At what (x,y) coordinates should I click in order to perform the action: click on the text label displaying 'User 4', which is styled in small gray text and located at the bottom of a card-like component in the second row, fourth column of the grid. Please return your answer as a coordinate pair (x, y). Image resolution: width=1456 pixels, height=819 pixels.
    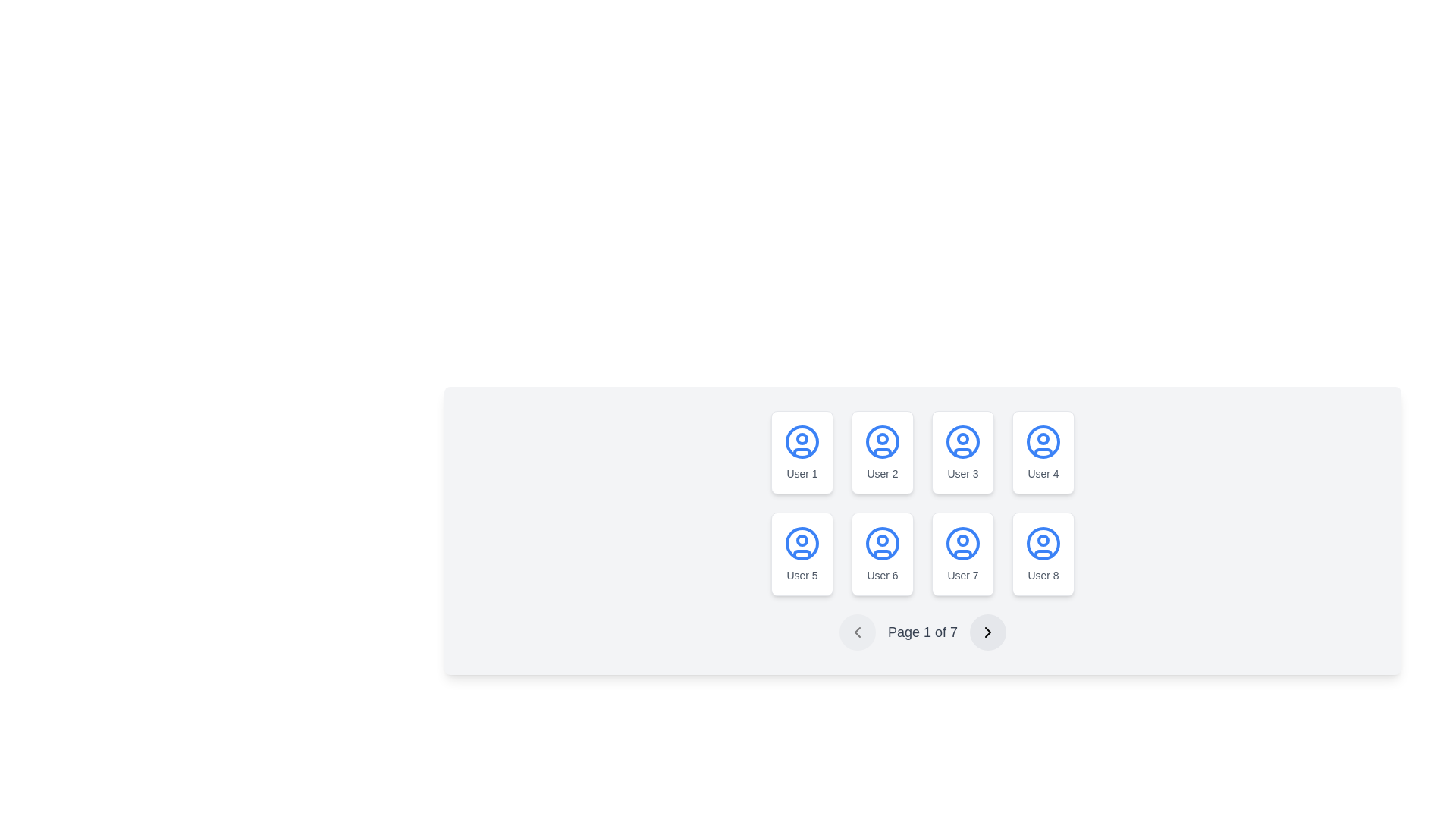
    Looking at the image, I should click on (1043, 472).